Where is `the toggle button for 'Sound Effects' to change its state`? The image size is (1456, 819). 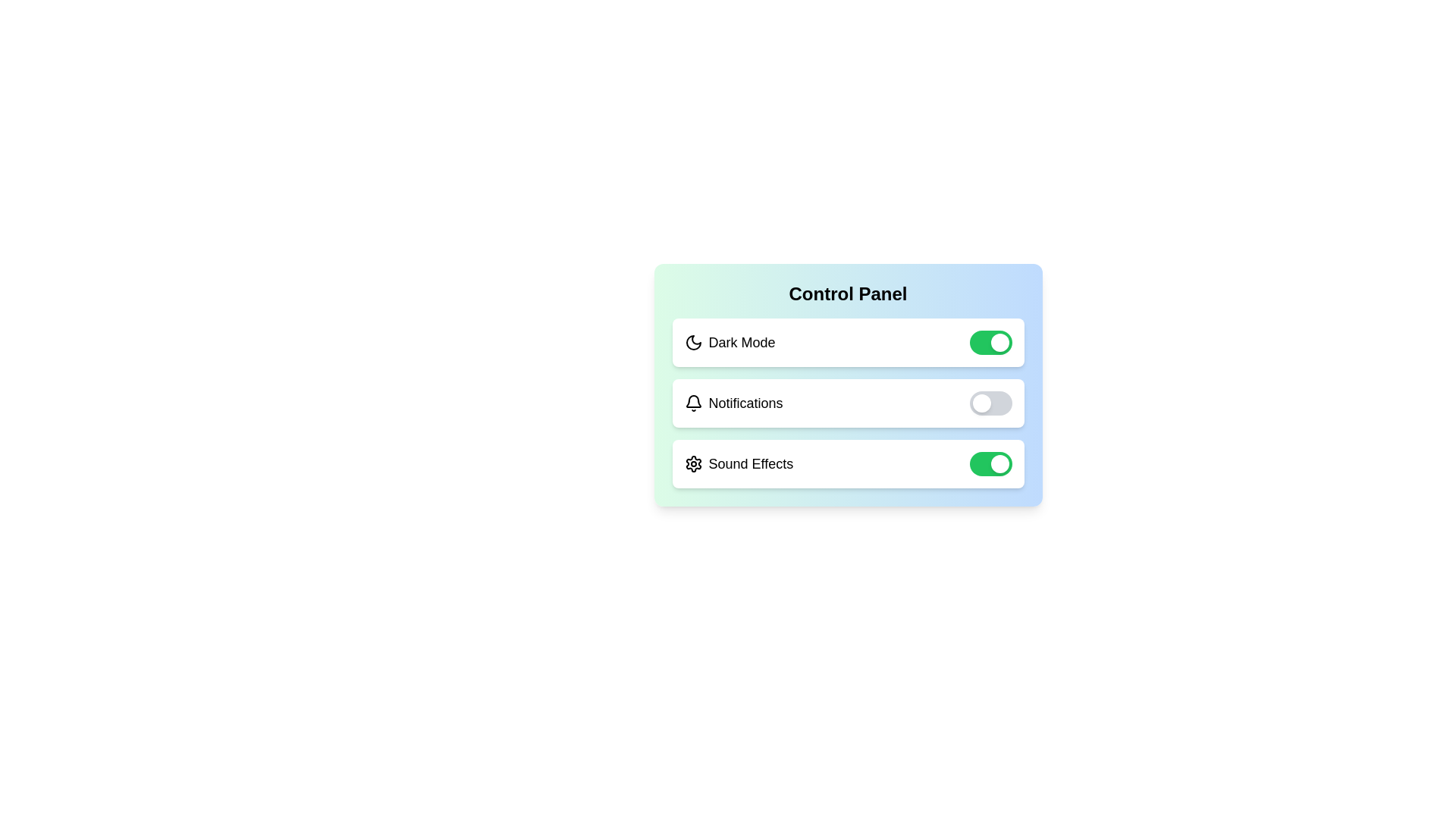 the toggle button for 'Sound Effects' to change its state is located at coordinates (990, 463).